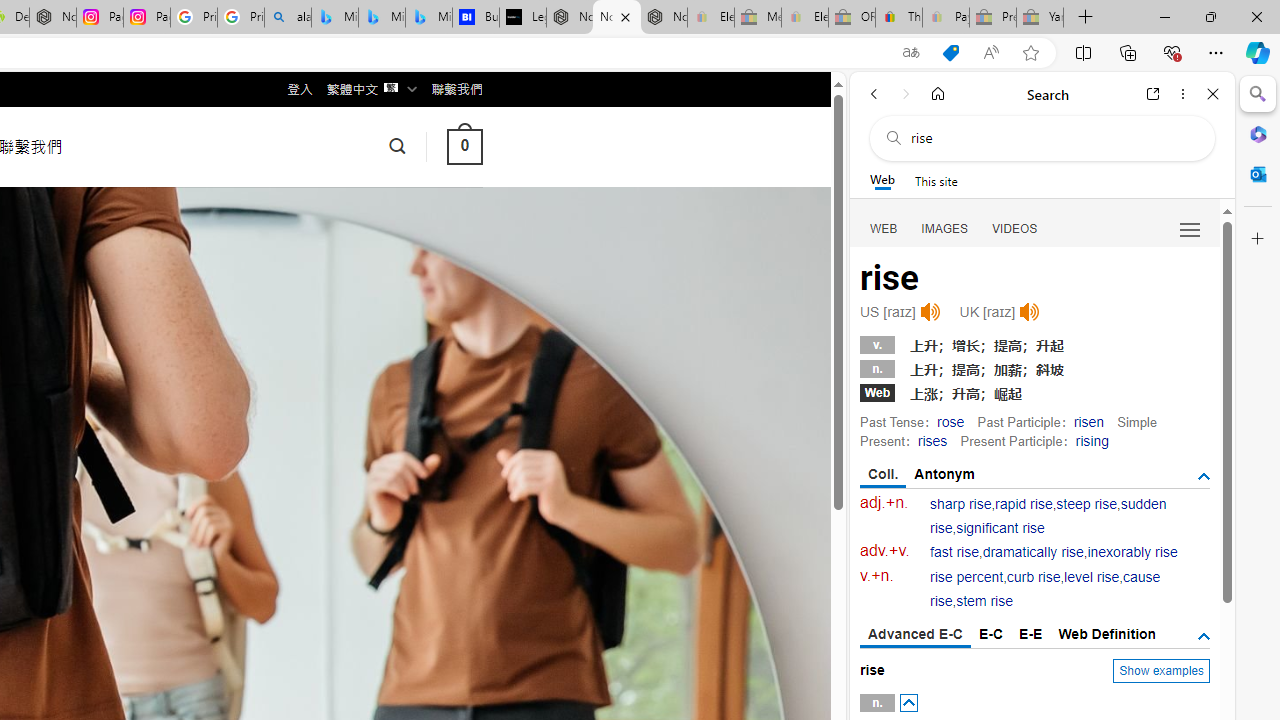  Describe the element at coordinates (1106, 633) in the screenshot. I see `'Web Definition'` at that location.